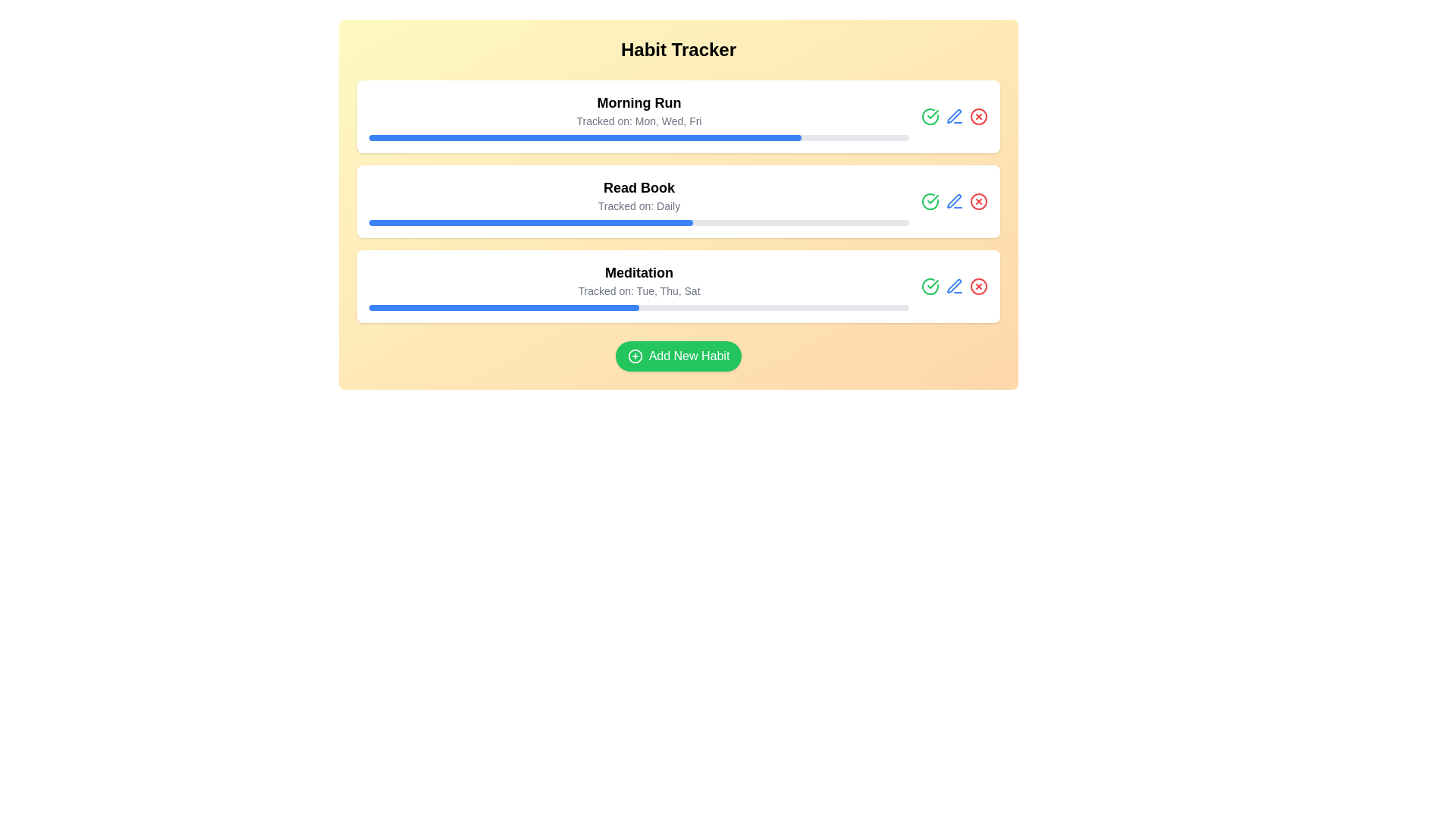 Image resolution: width=1456 pixels, height=819 pixels. I want to click on the red circular delete icon with a cross inside, located at the top right corner of the second row in the habit tracking list, so click(979, 201).